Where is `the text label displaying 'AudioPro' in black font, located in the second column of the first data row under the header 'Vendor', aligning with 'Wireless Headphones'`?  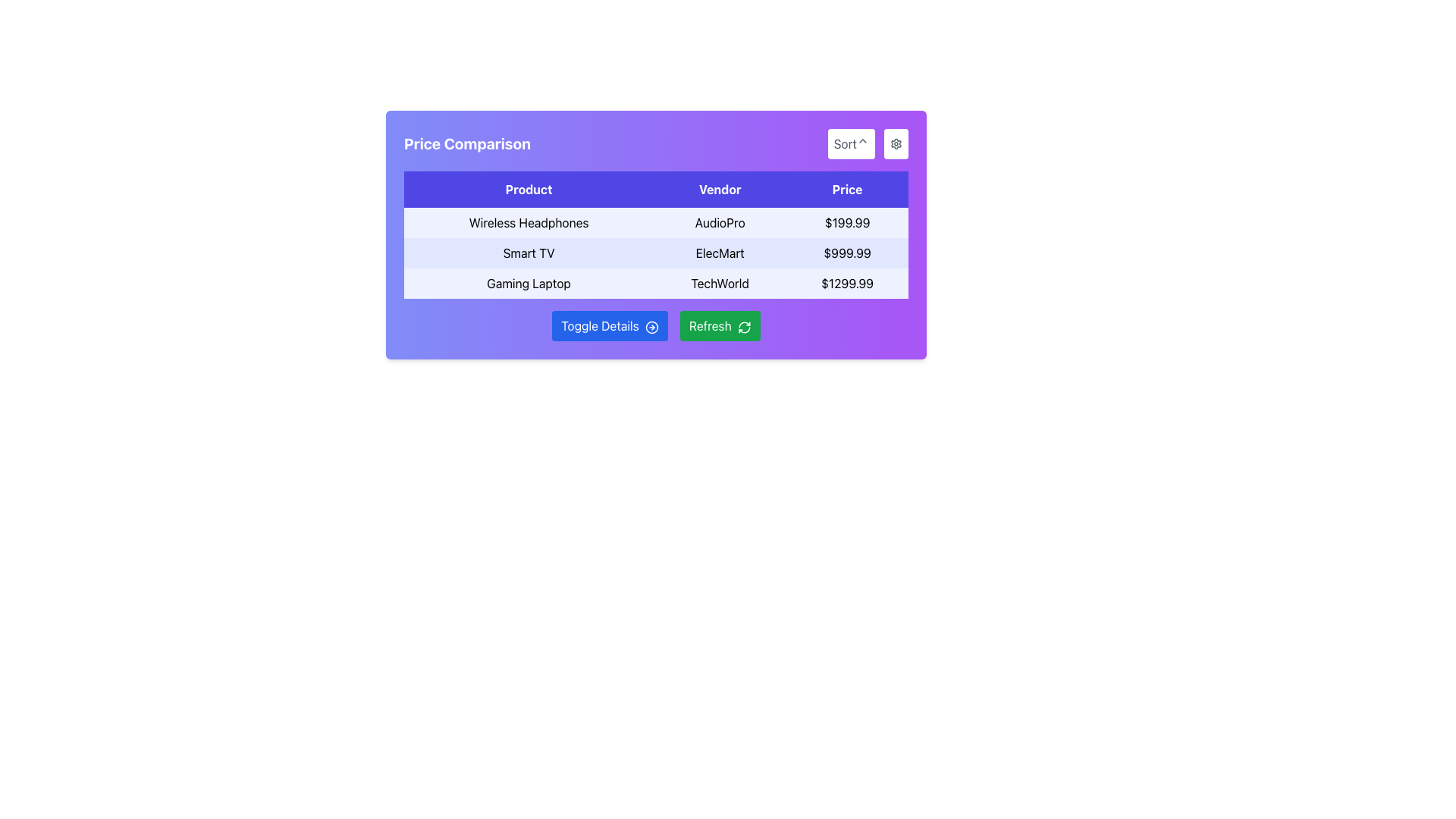
the text label displaying 'AudioPro' in black font, located in the second column of the first data row under the header 'Vendor', aligning with 'Wireless Headphones' is located at coordinates (719, 222).